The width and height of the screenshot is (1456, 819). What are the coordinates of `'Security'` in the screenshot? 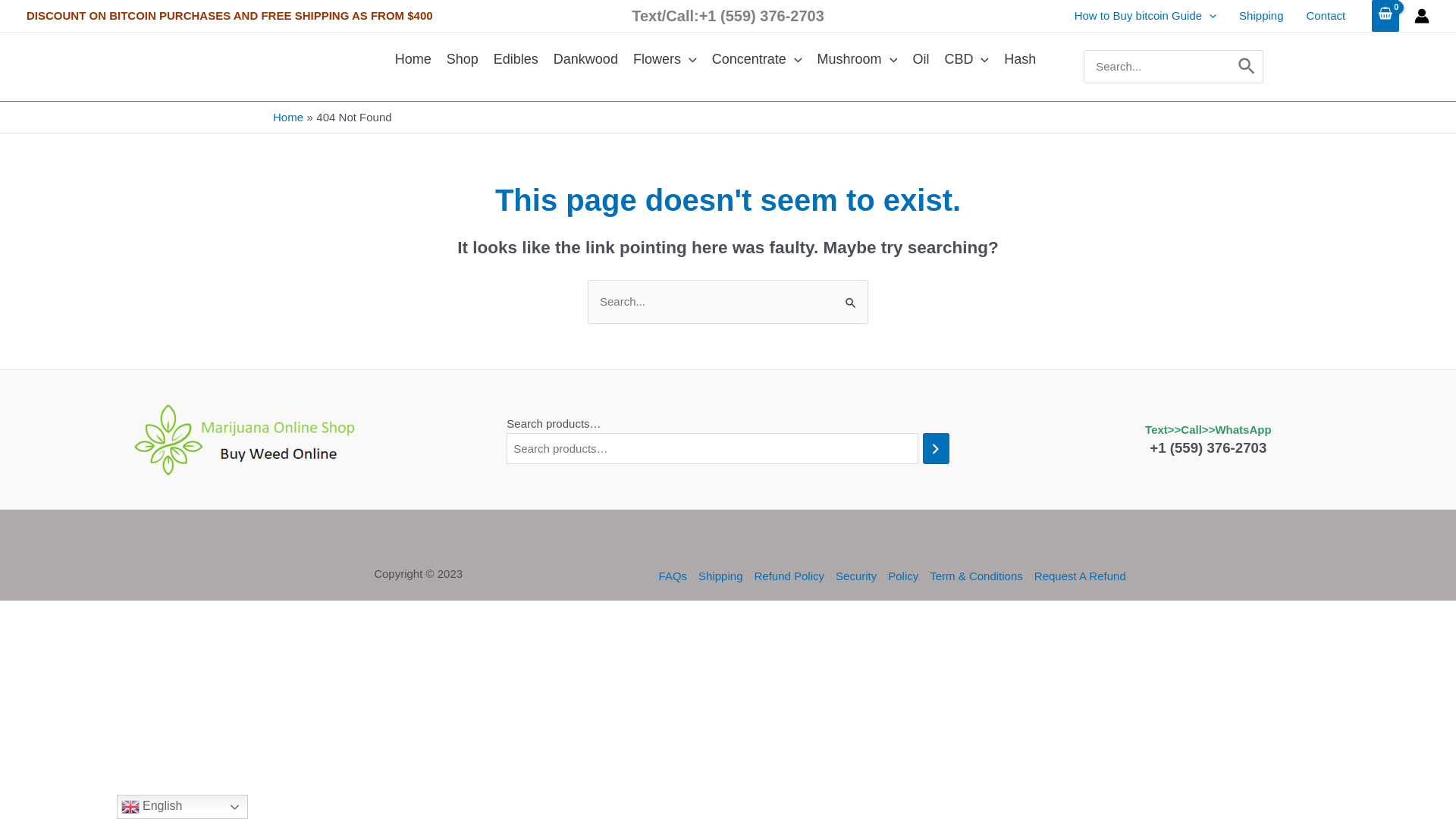 It's located at (856, 576).